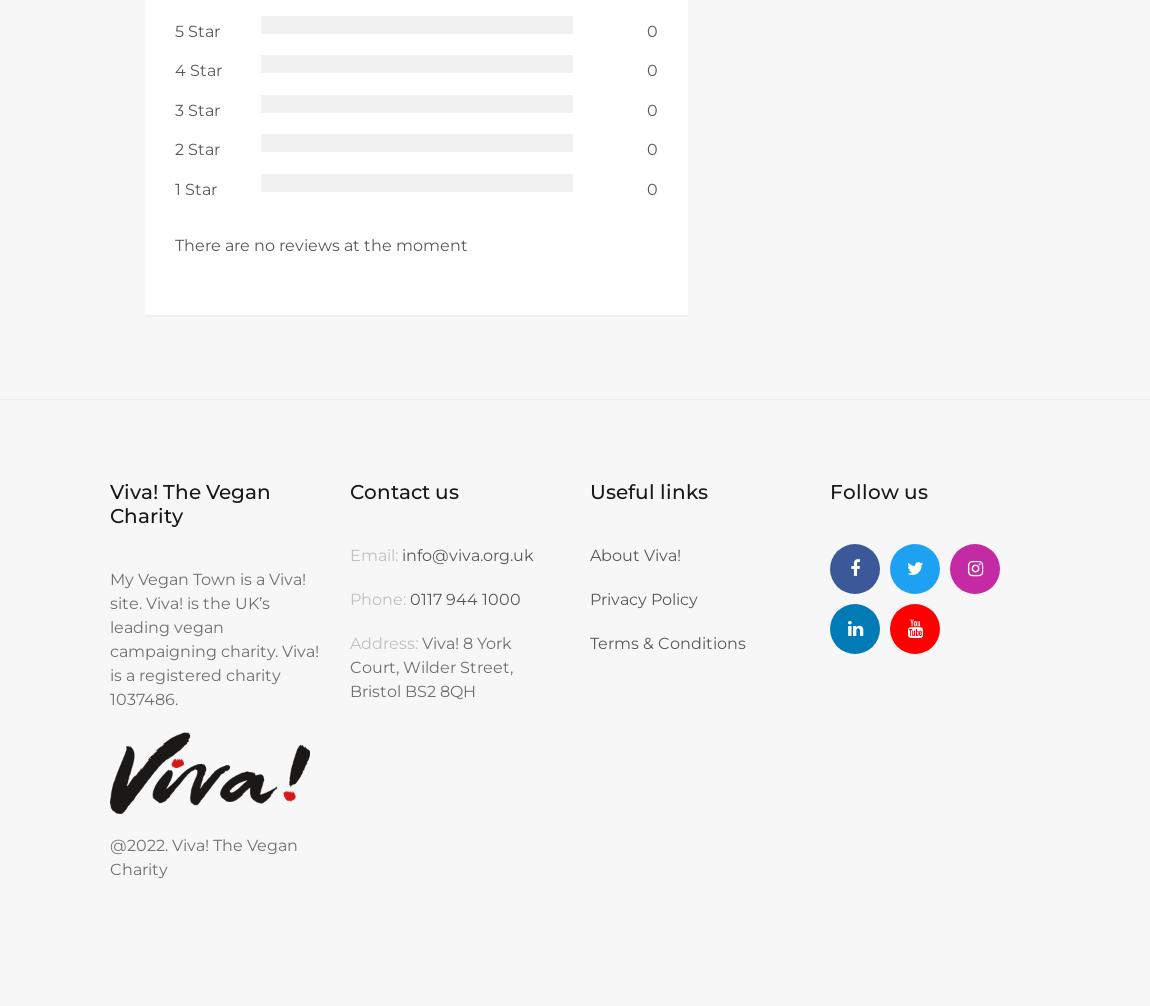 The height and width of the screenshot is (1006, 1150). I want to click on 'Useful links', so click(588, 491).